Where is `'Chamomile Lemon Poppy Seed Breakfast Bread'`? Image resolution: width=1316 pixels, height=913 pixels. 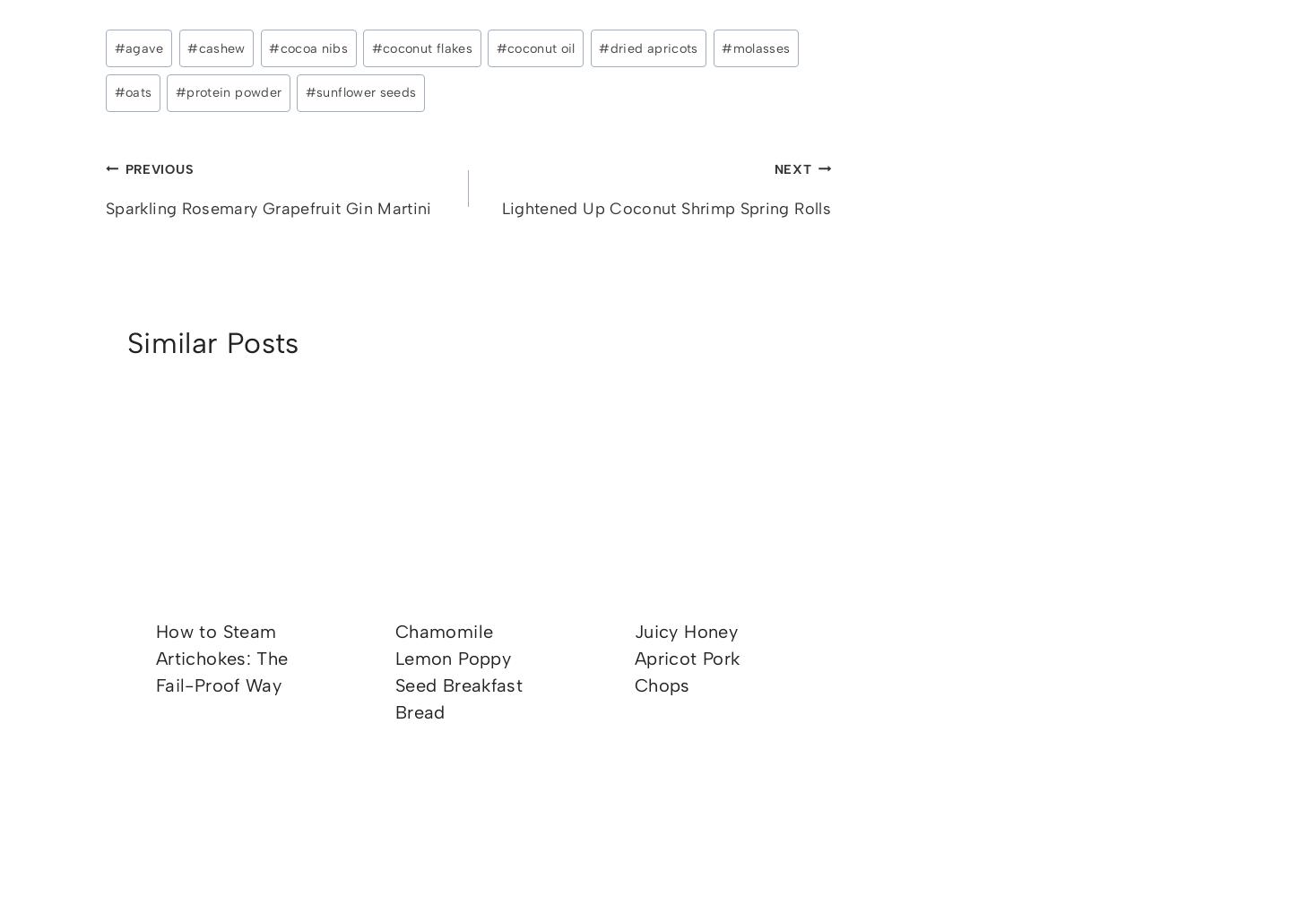
'Chamomile Lemon Poppy Seed Breakfast Bread' is located at coordinates (394, 669).